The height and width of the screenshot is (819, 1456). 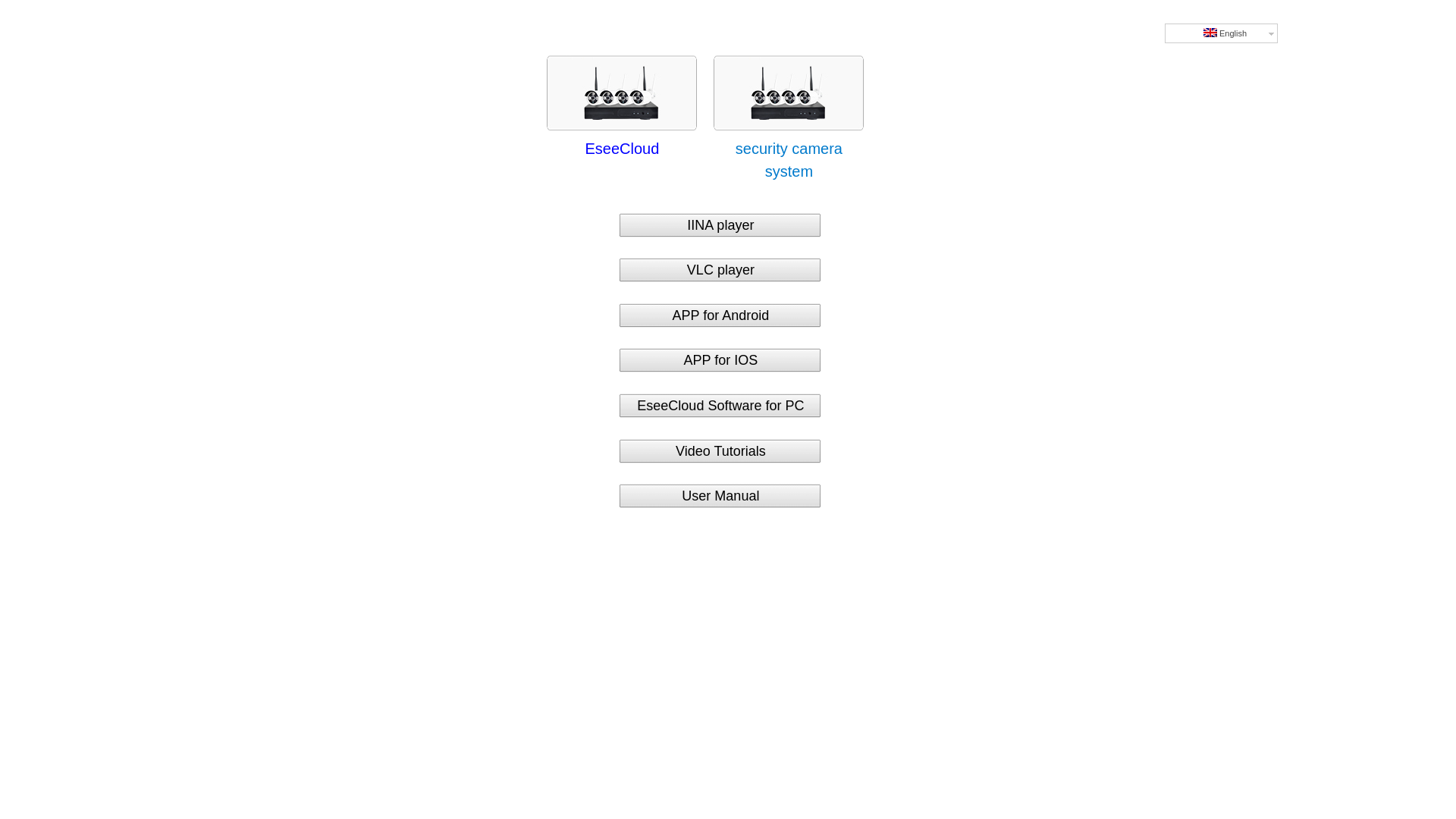 What do you see at coordinates (789, 149) in the screenshot?
I see `'security camera system'` at bounding box center [789, 149].